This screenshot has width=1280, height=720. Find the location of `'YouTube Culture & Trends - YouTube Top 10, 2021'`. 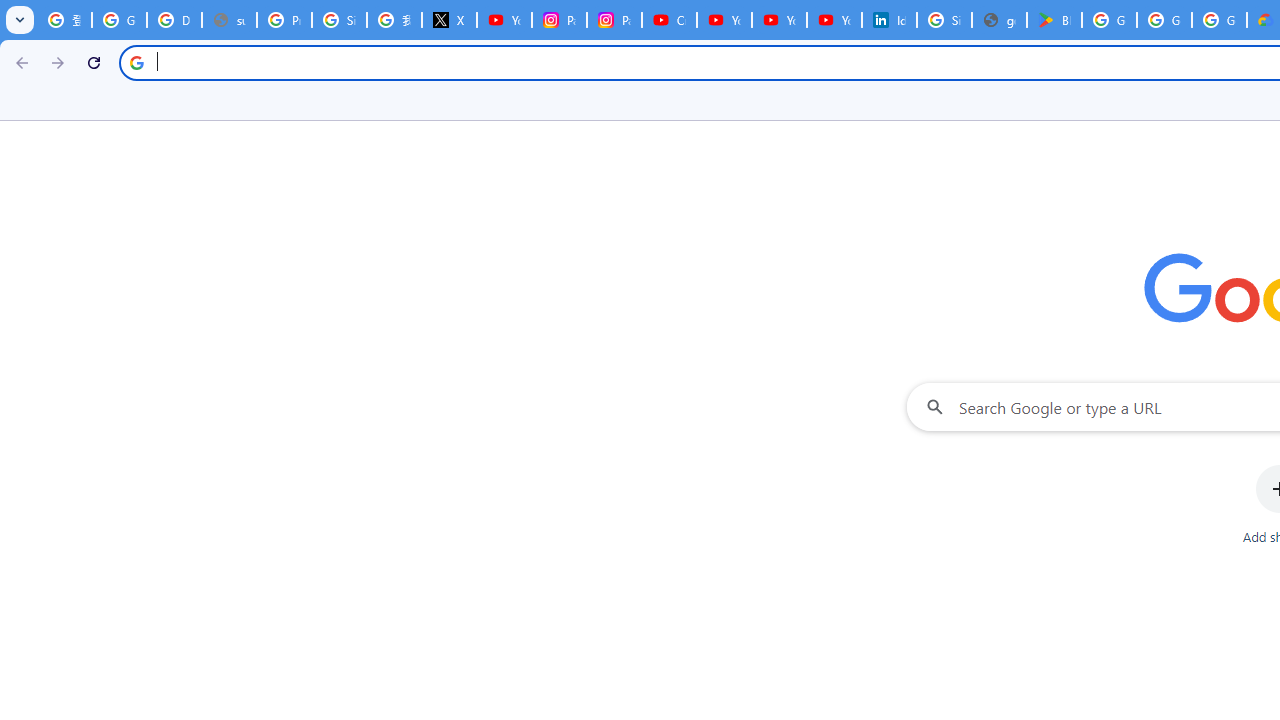

'YouTube Culture & Trends - YouTube Top 10, 2021' is located at coordinates (778, 20).